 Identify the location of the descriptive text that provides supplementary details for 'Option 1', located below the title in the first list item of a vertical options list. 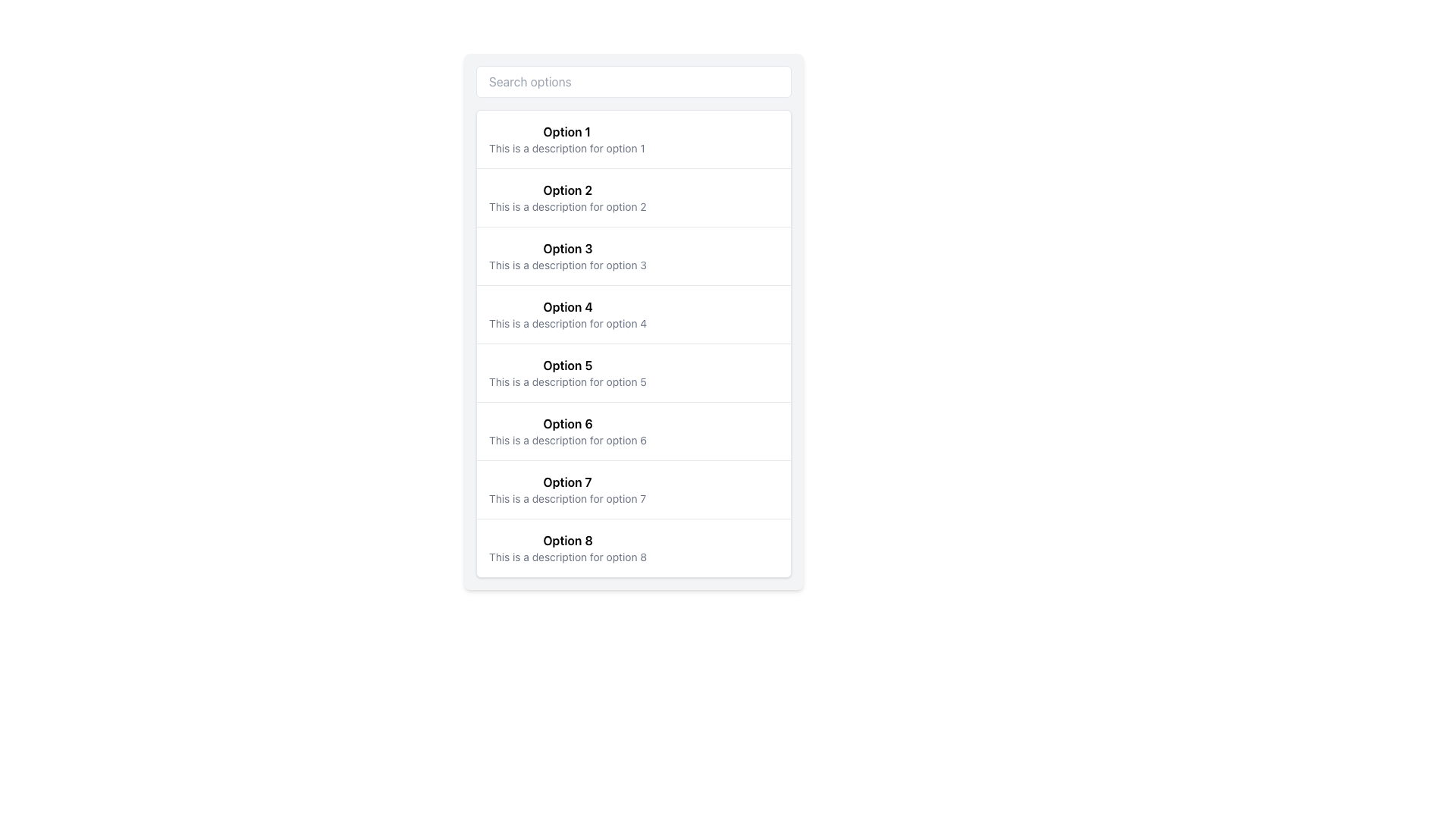
(566, 149).